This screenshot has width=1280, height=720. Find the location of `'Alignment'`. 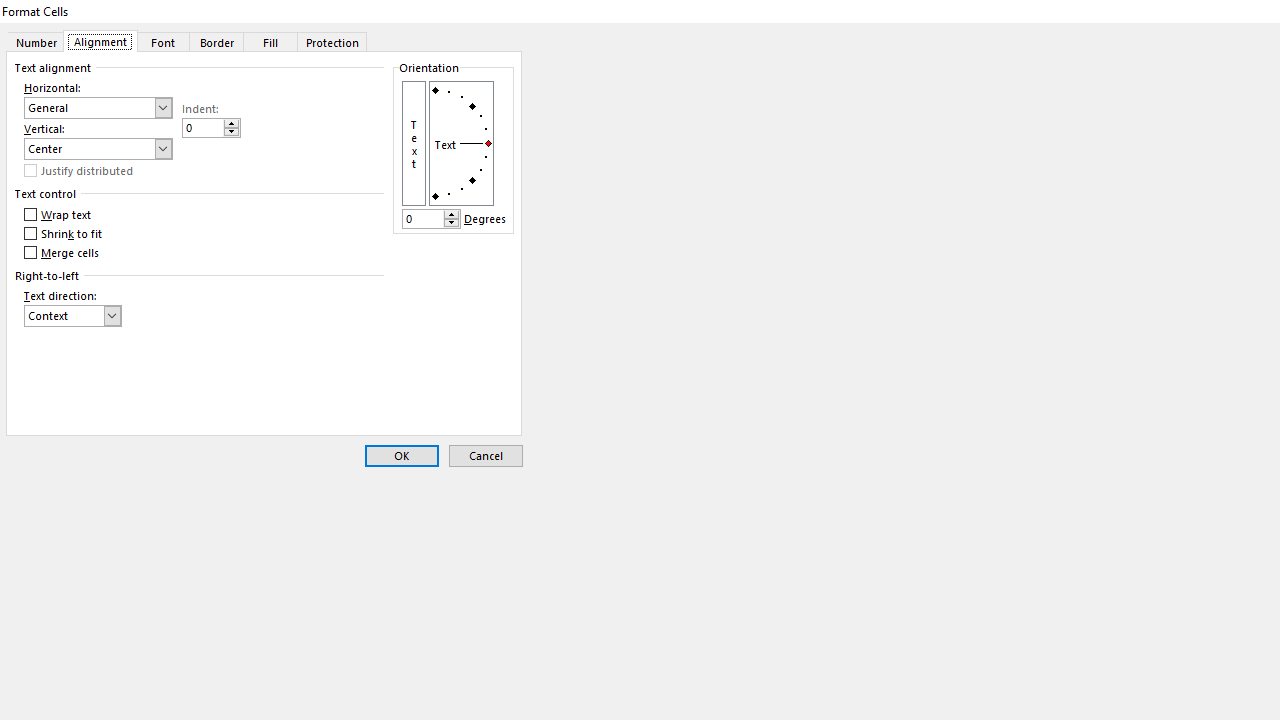

'Alignment' is located at coordinates (99, 41).